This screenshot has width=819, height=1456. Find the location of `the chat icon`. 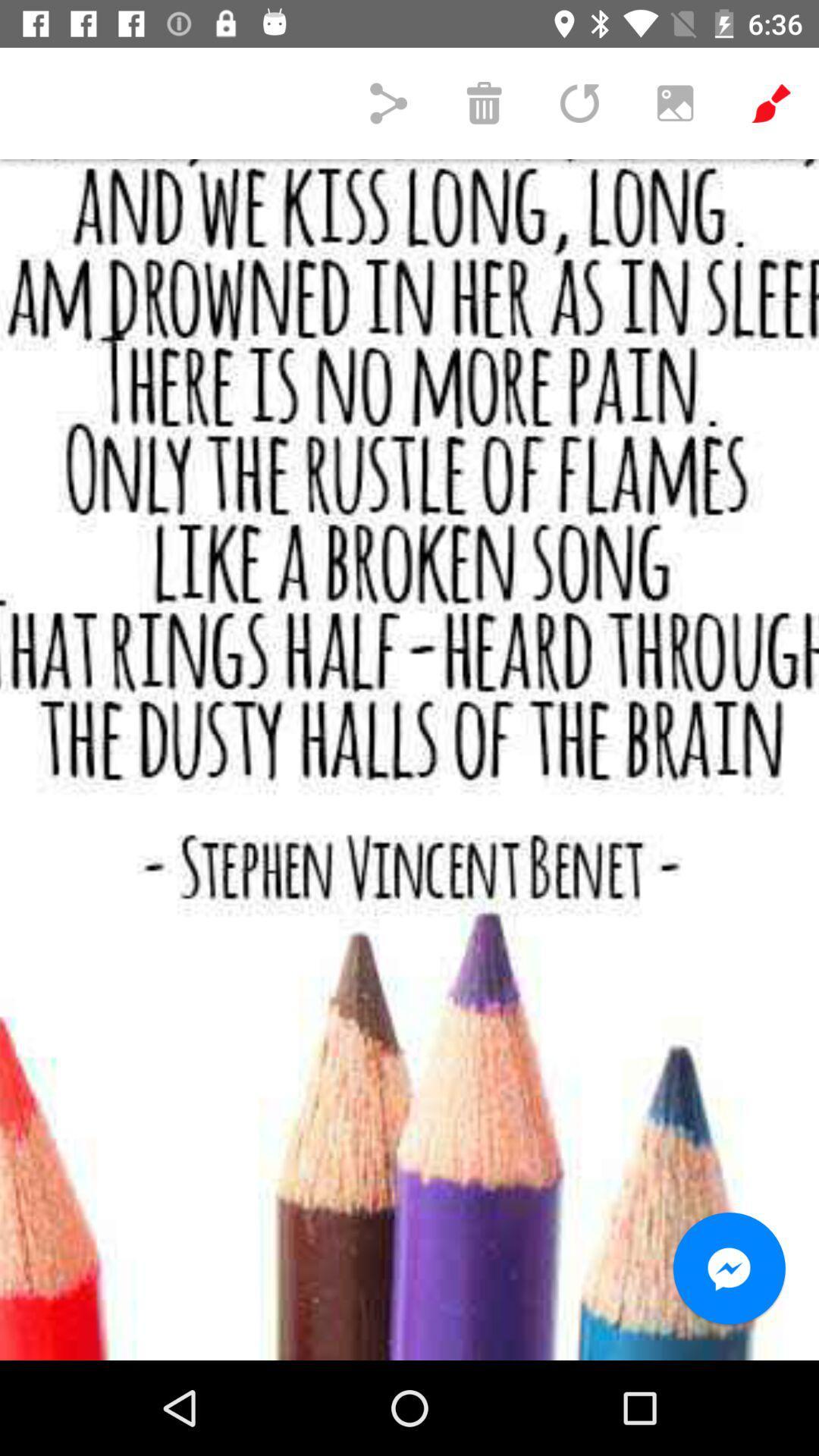

the chat icon is located at coordinates (728, 1269).